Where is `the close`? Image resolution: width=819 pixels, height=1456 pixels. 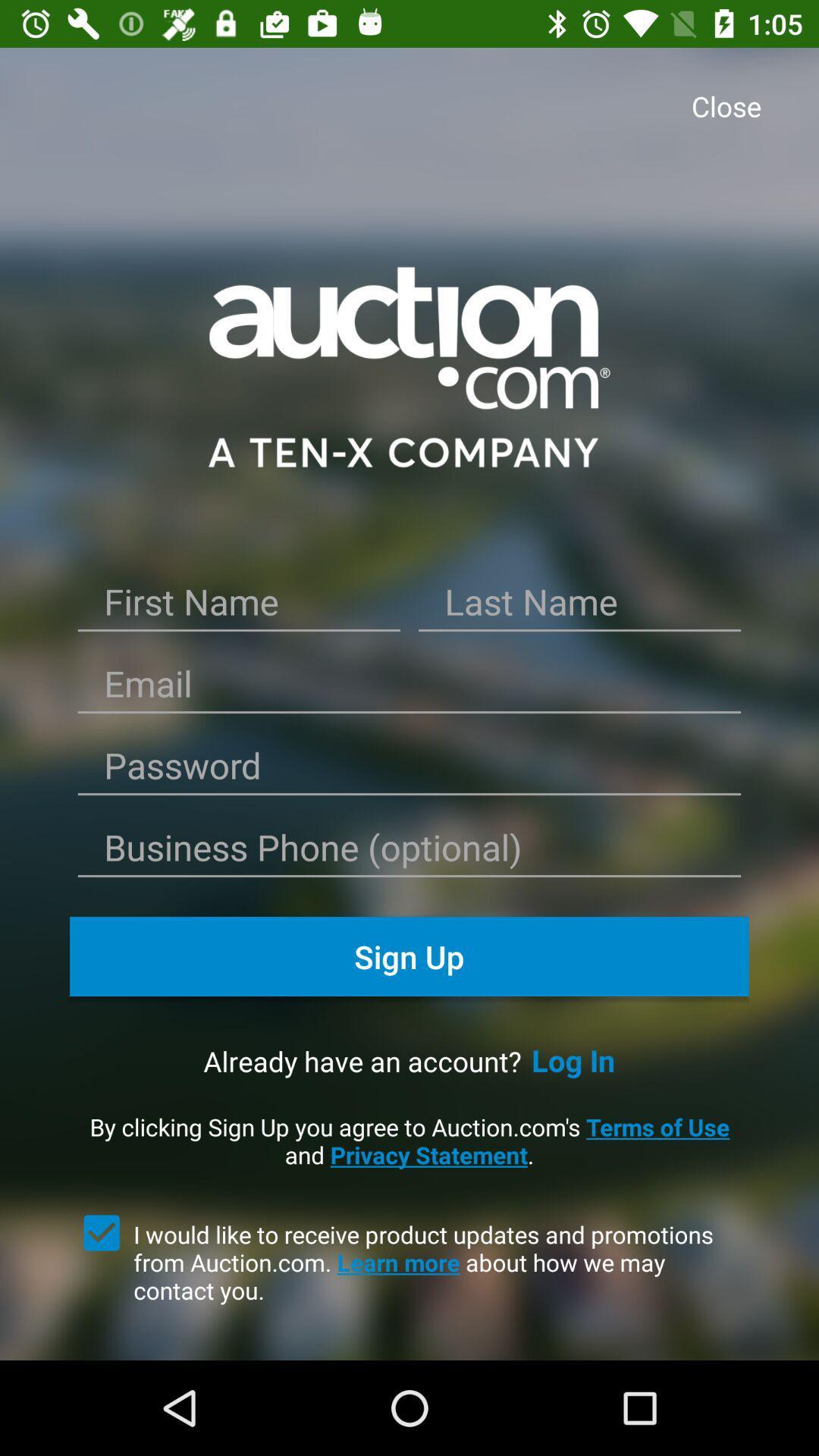 the close is located at coordinates (730, 106).